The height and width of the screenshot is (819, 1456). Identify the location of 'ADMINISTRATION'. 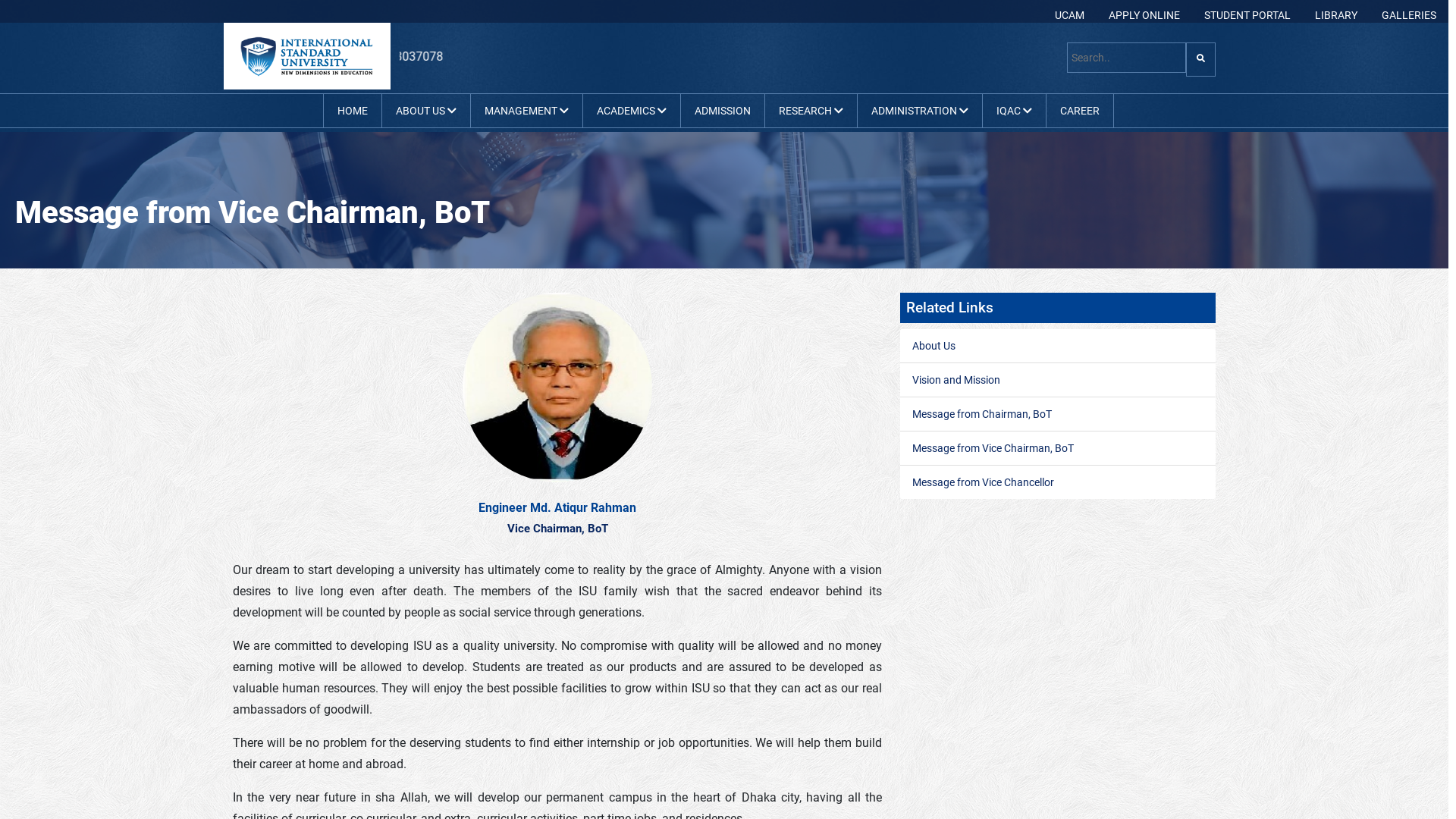
(918, 110).